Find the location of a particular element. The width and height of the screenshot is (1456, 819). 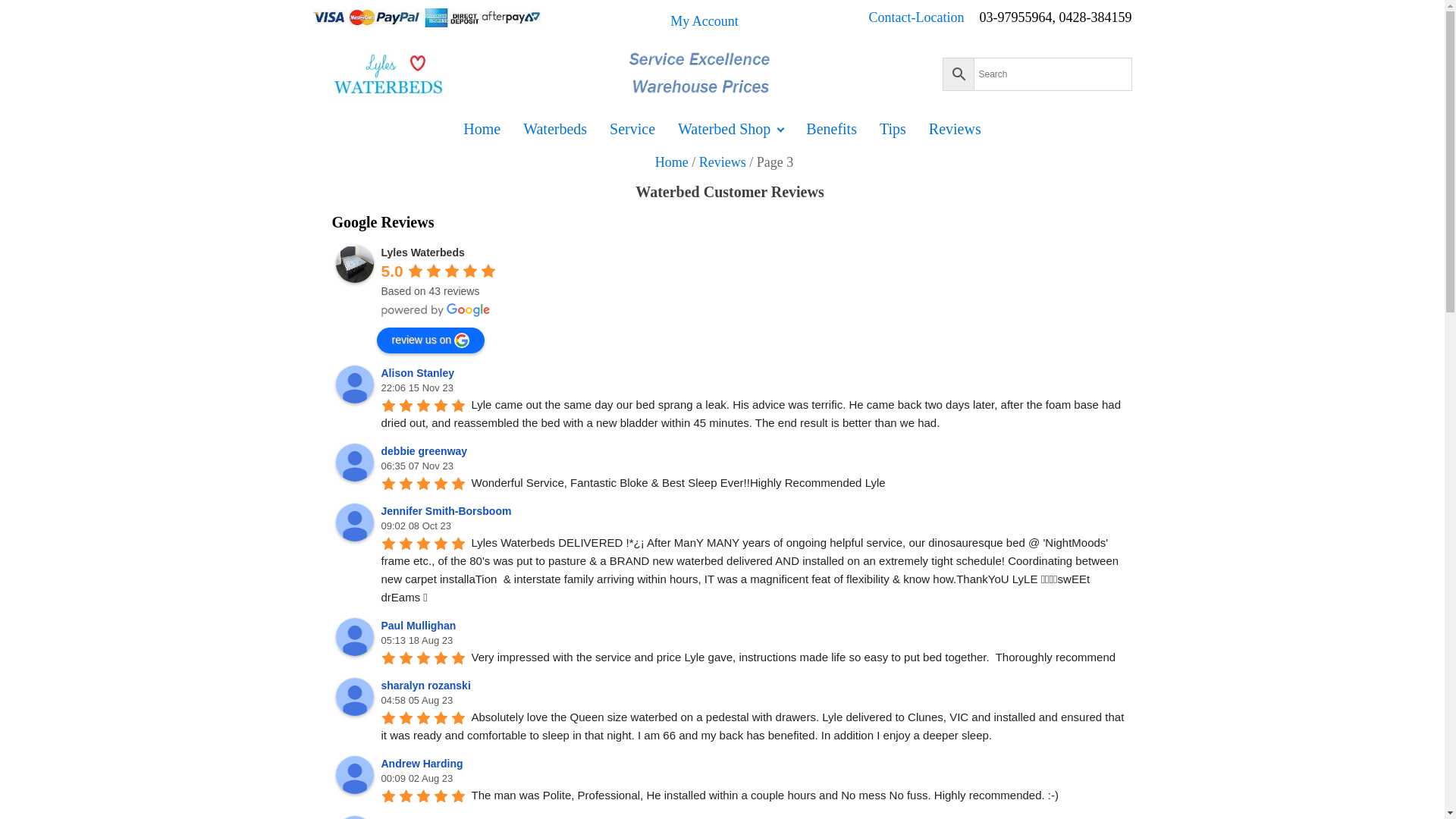

'sharalyn rozanski' is located at coordinates (353, 696).